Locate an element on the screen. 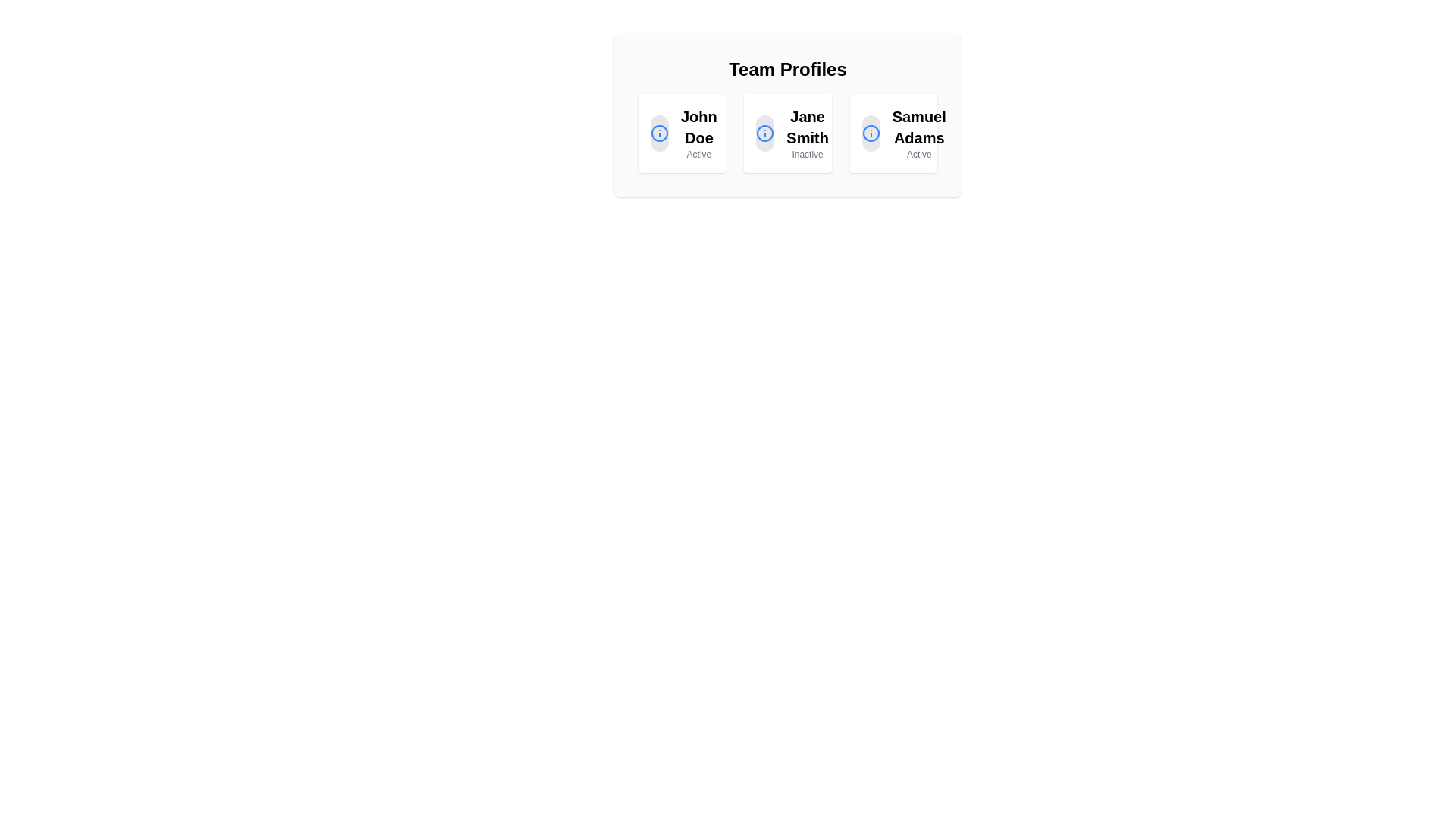 This screenshot has height=819, width=1456. the Profile card for 'Jane Smith', which is the middle card is located at coordinates (787, 133).